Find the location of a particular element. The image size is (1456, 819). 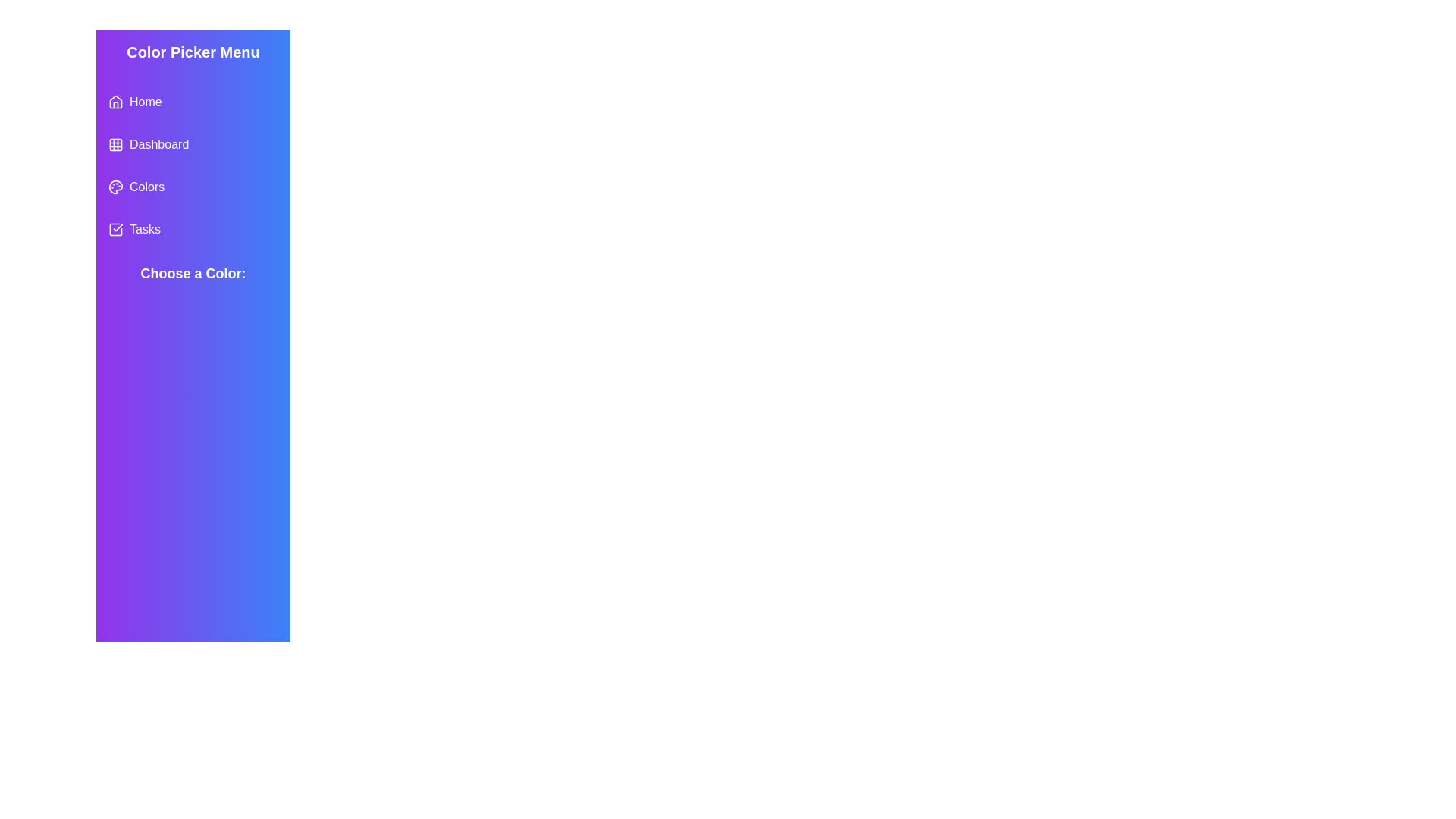

the house-shaped icon in the vertical navigation menu, which is the first entry labeled 'Home' is located at coordinates (115, 102).